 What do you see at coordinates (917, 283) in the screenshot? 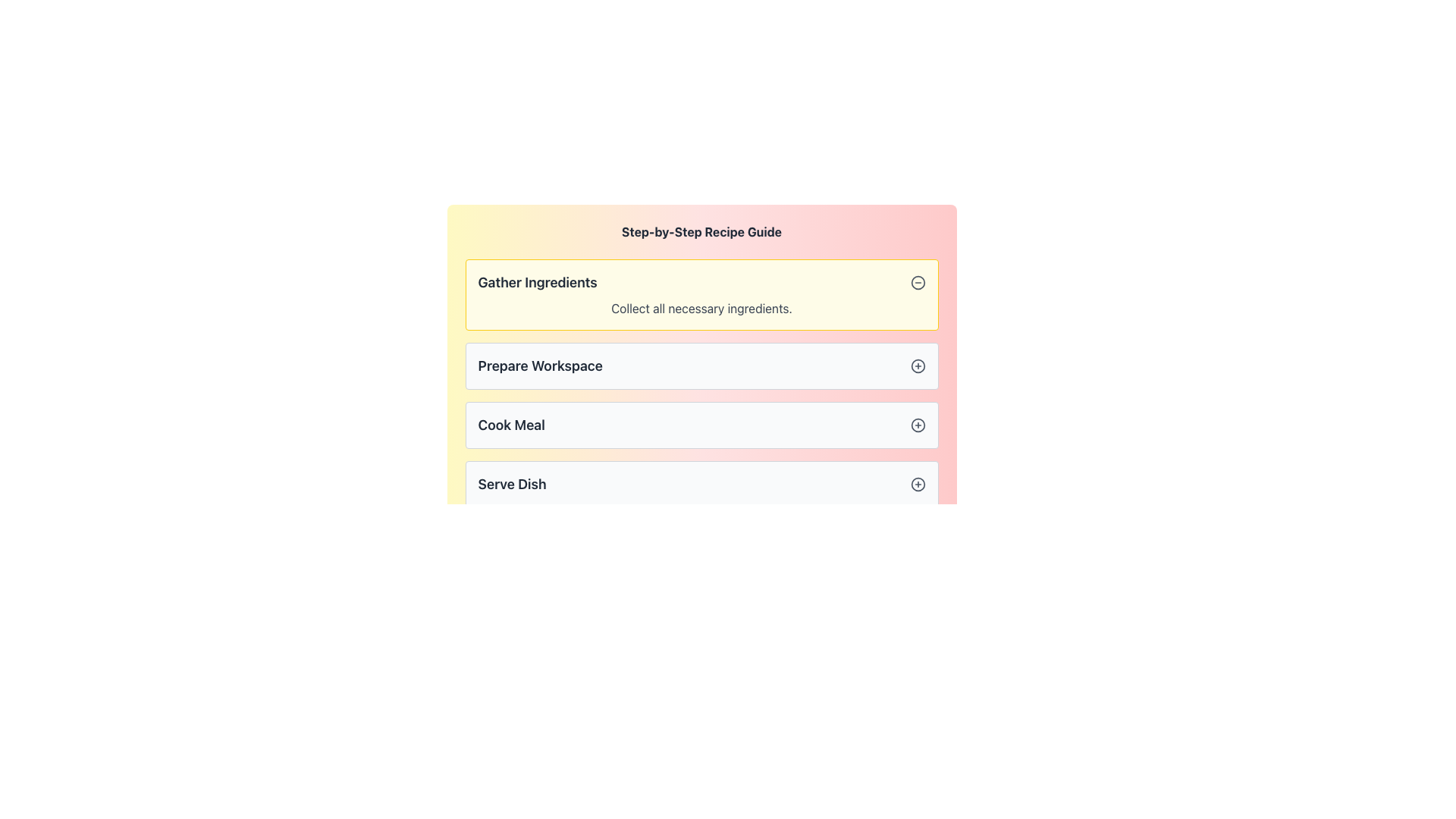
I see `the circular button located at the far right of the 'Gather Ingredients' section` at bounding box center [917, 283].